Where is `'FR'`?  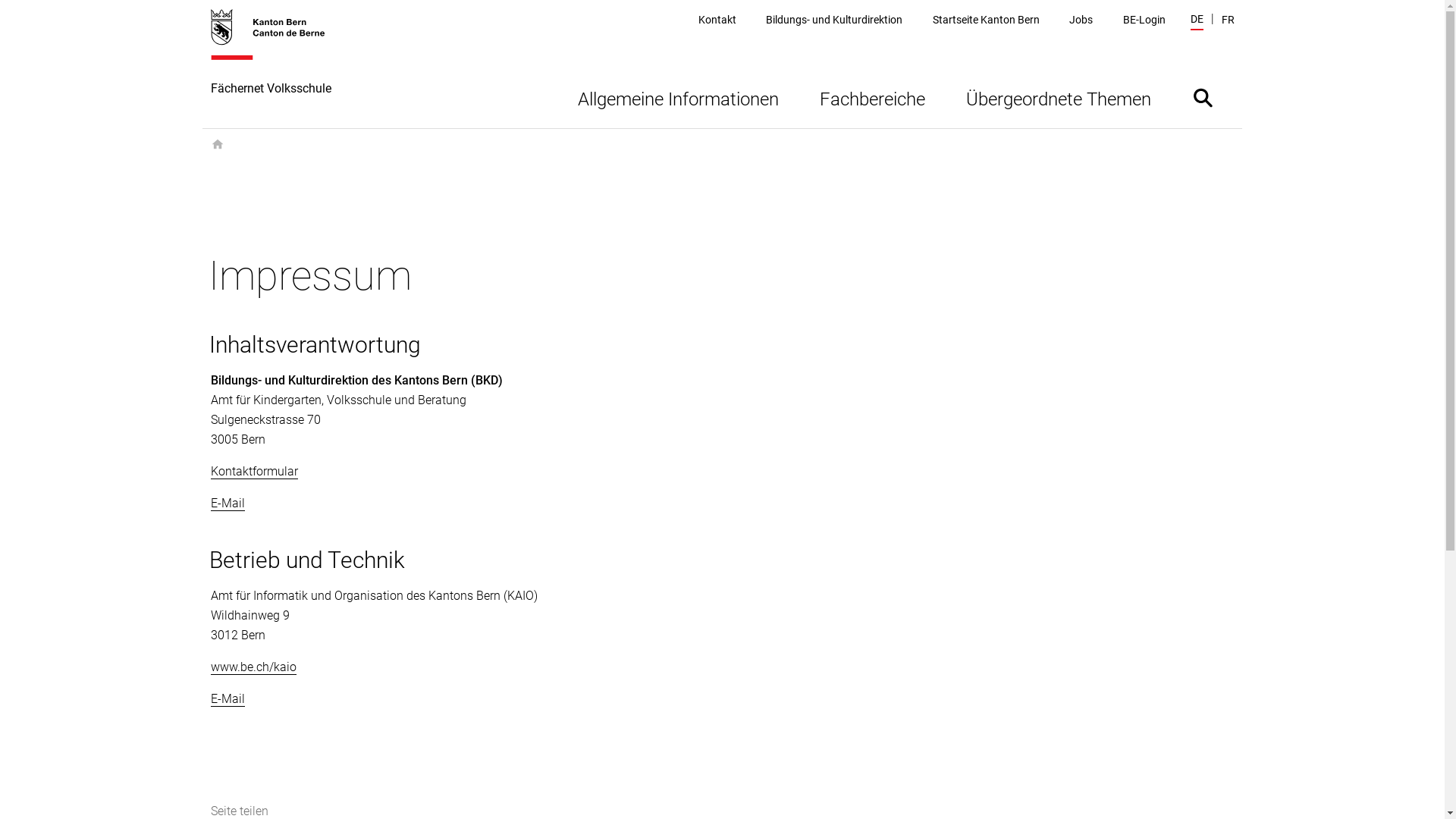 'FR' is located at coordinates (1227, 20).